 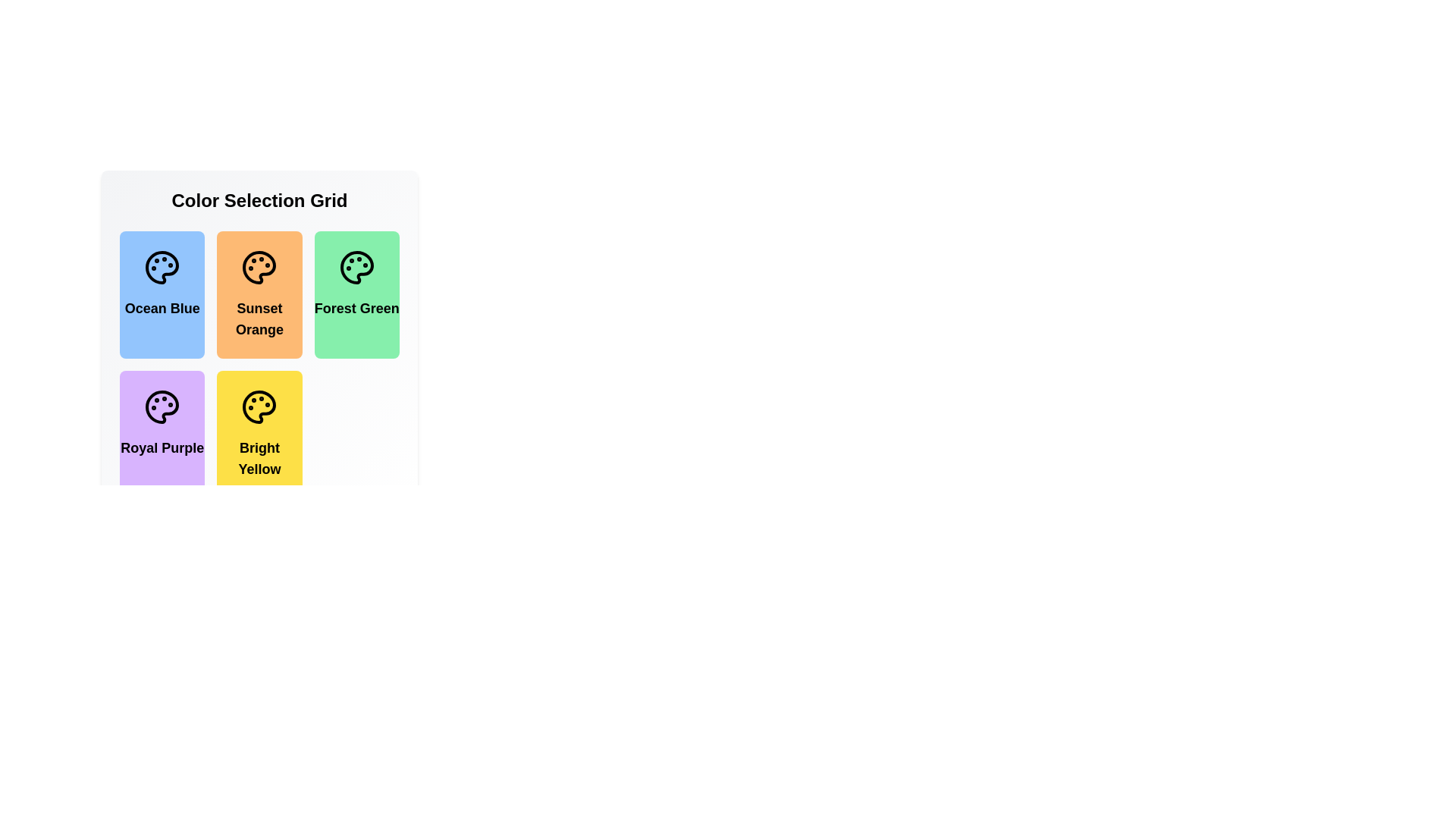 What do you see at coordinates (162, 435) in the screenshot?
I see `the color item Royal Purple` at bounding box center [162, 435].